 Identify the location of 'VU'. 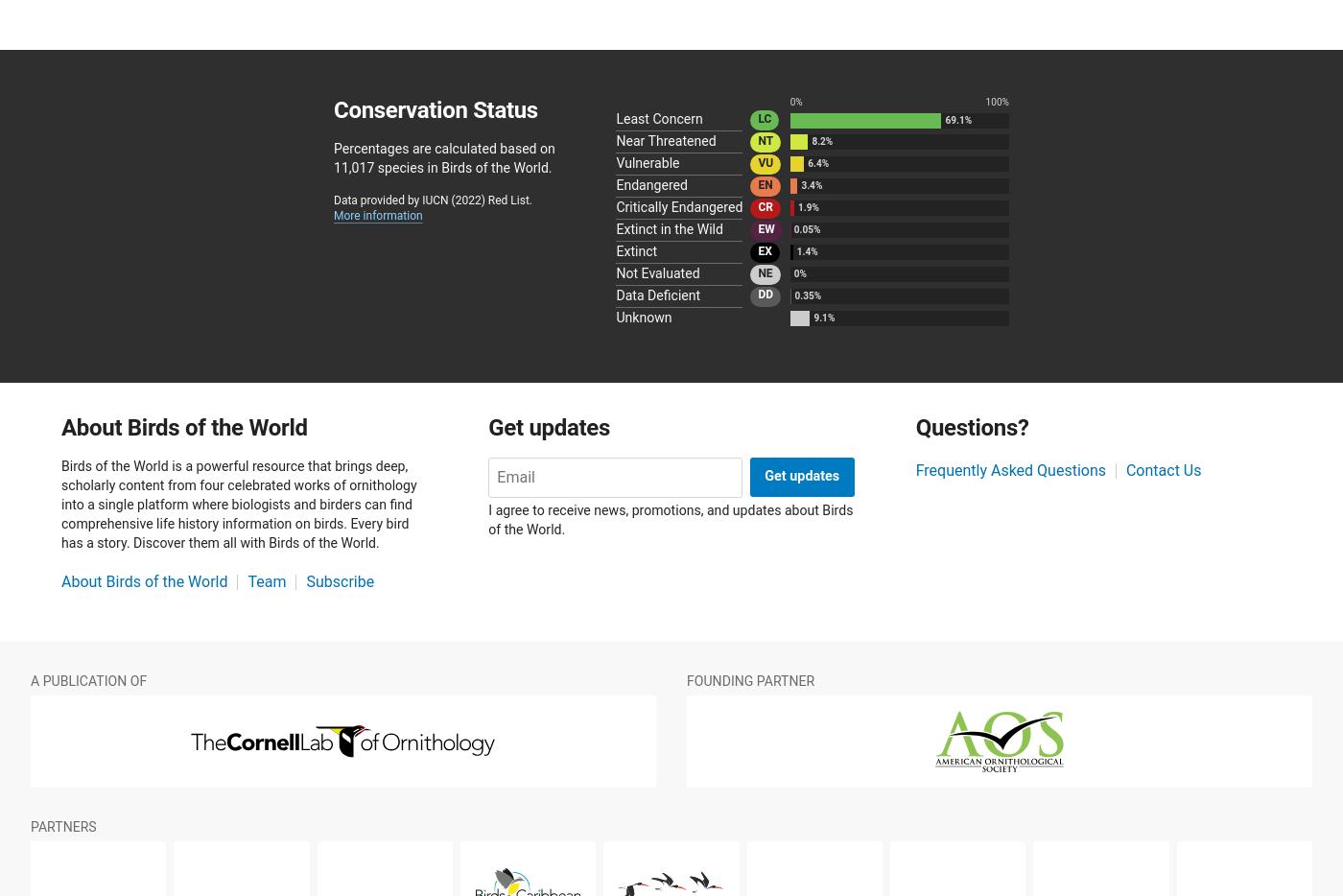
(765, 161).